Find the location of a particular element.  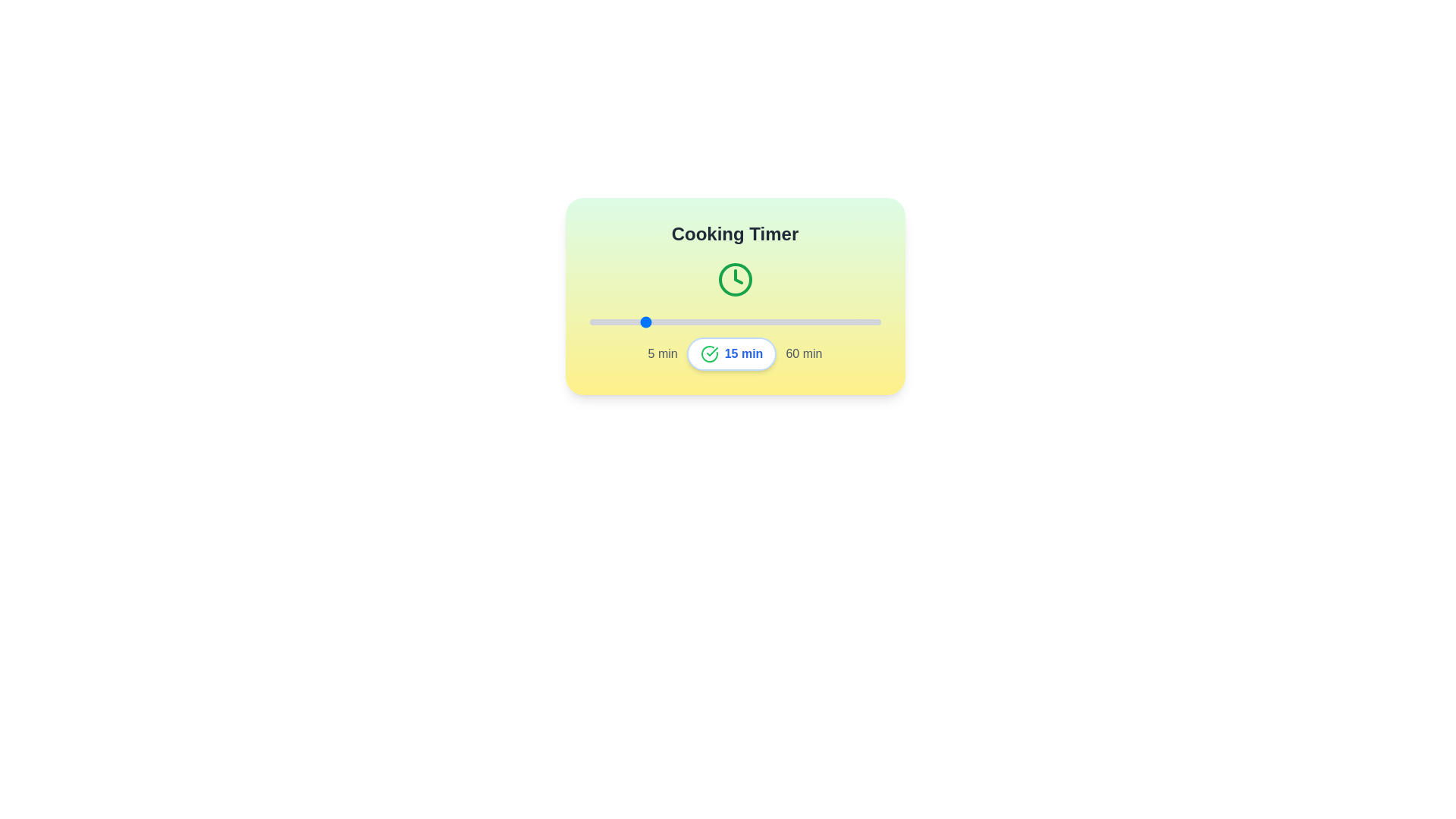

cooking timer is located at coordinates (816, 321).